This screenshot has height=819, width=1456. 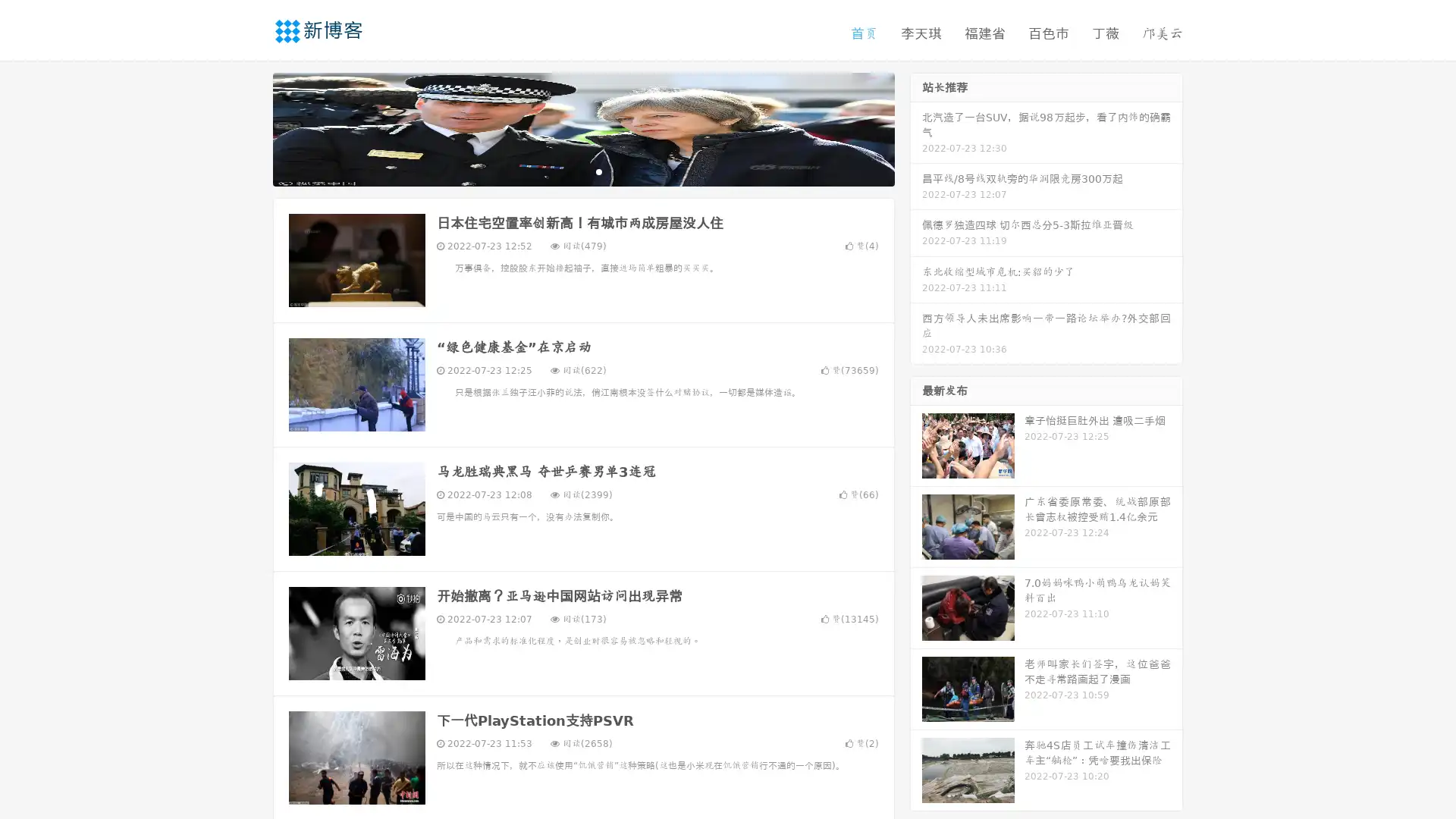 I want to click on Previous slide, so click(x=250, y=127).